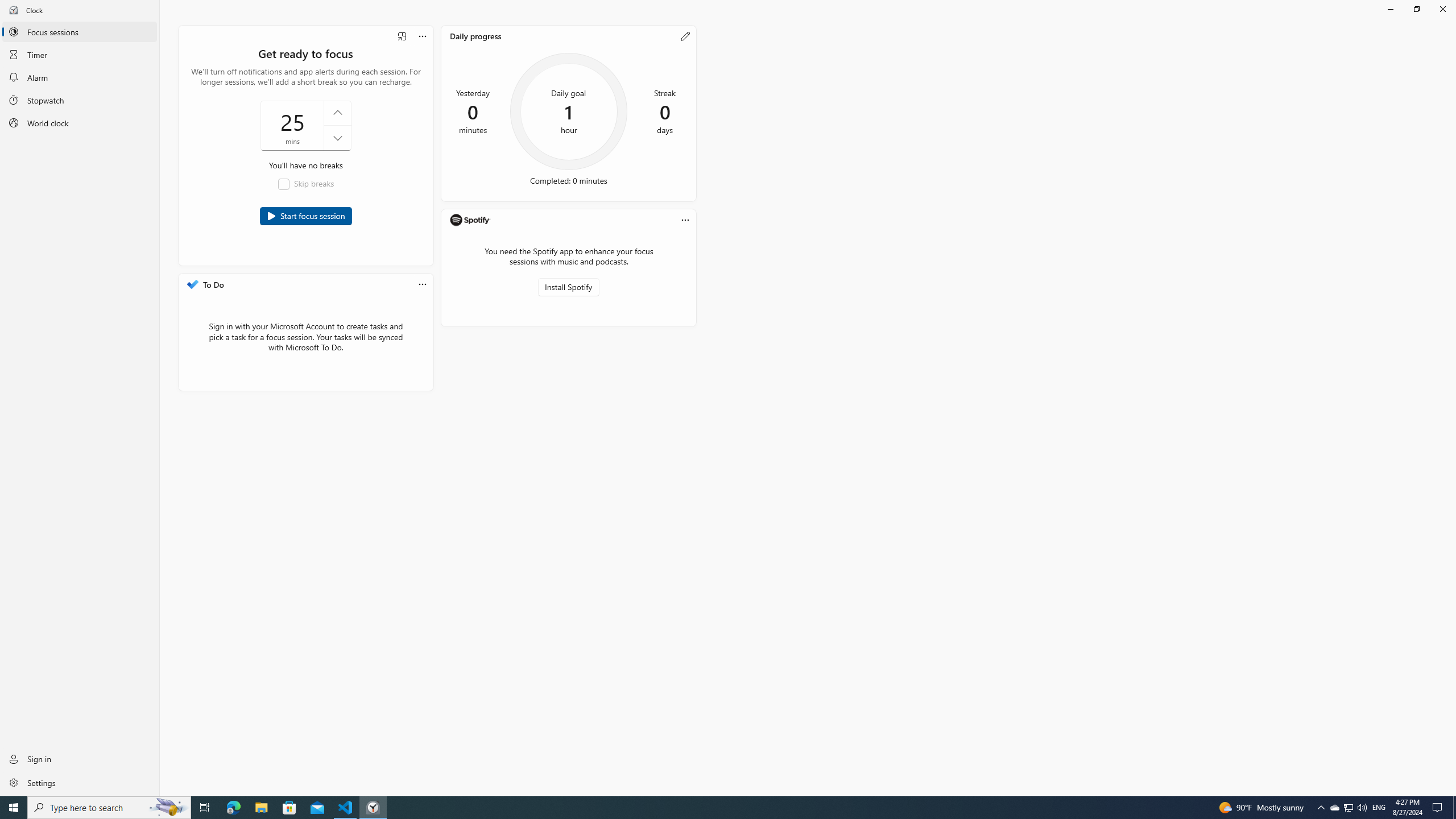  Describe the element at coordinates (79, 781) in the screenshot. I see `'Settings'` at that location.